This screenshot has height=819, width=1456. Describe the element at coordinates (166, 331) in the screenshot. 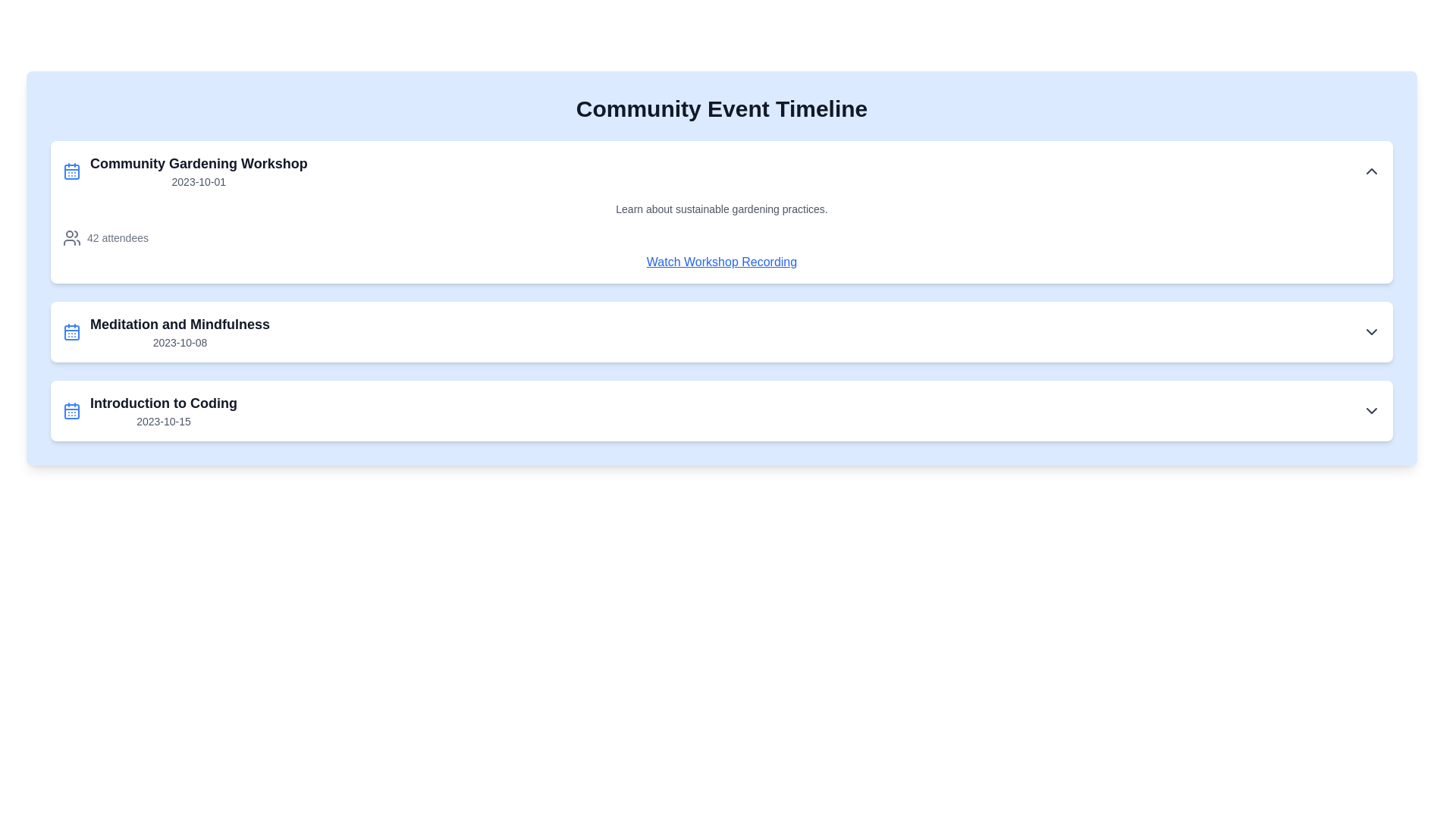

I see `the second event card titled 'Meditation and Mindfulness' in the blue-background section labeled 'Community Event Timeline'` at that location.